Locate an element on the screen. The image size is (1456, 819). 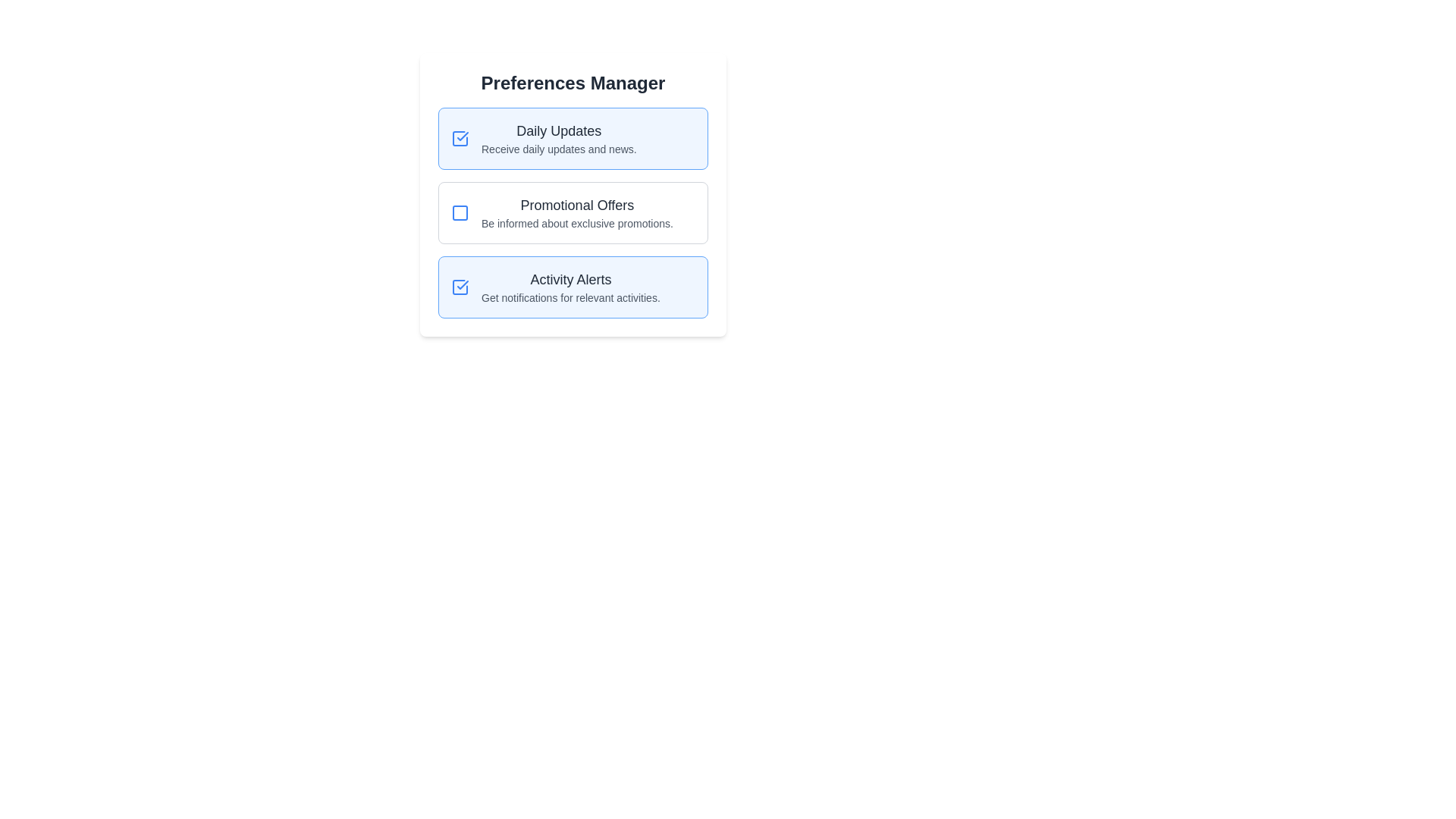
the 'Preferences Manager' text header, which is a bold, large font label displayed at the top of a section with a light background is located at coordinates (572, 83).